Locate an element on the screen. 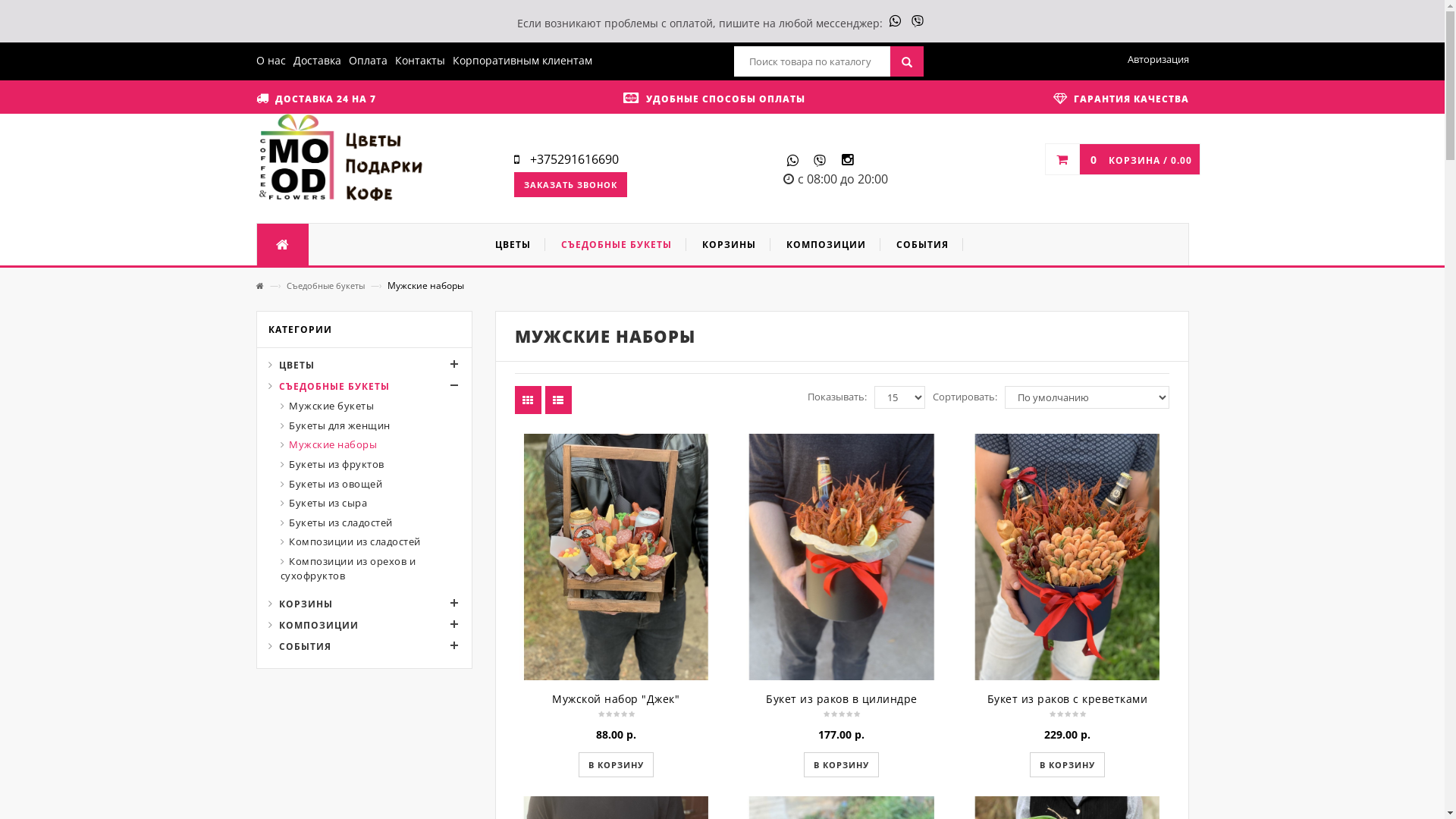 The width and height of the screenshot is (1456, 819). 'MOOD' is located at coordinates (340, 158).